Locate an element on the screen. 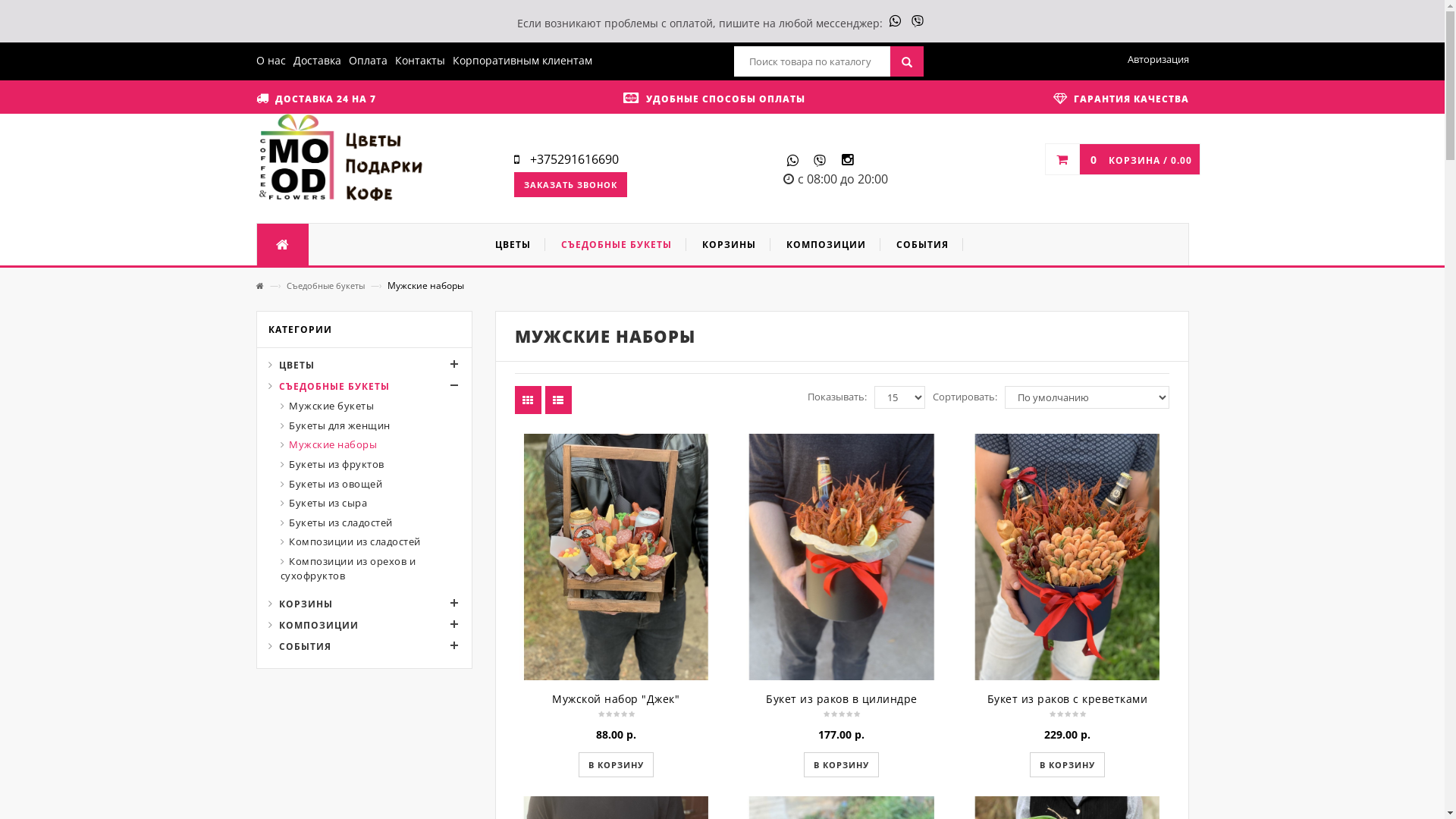 The width and height of the screenshot is (1456, 819). 'MOOD' is located at coordinates (340, 158).